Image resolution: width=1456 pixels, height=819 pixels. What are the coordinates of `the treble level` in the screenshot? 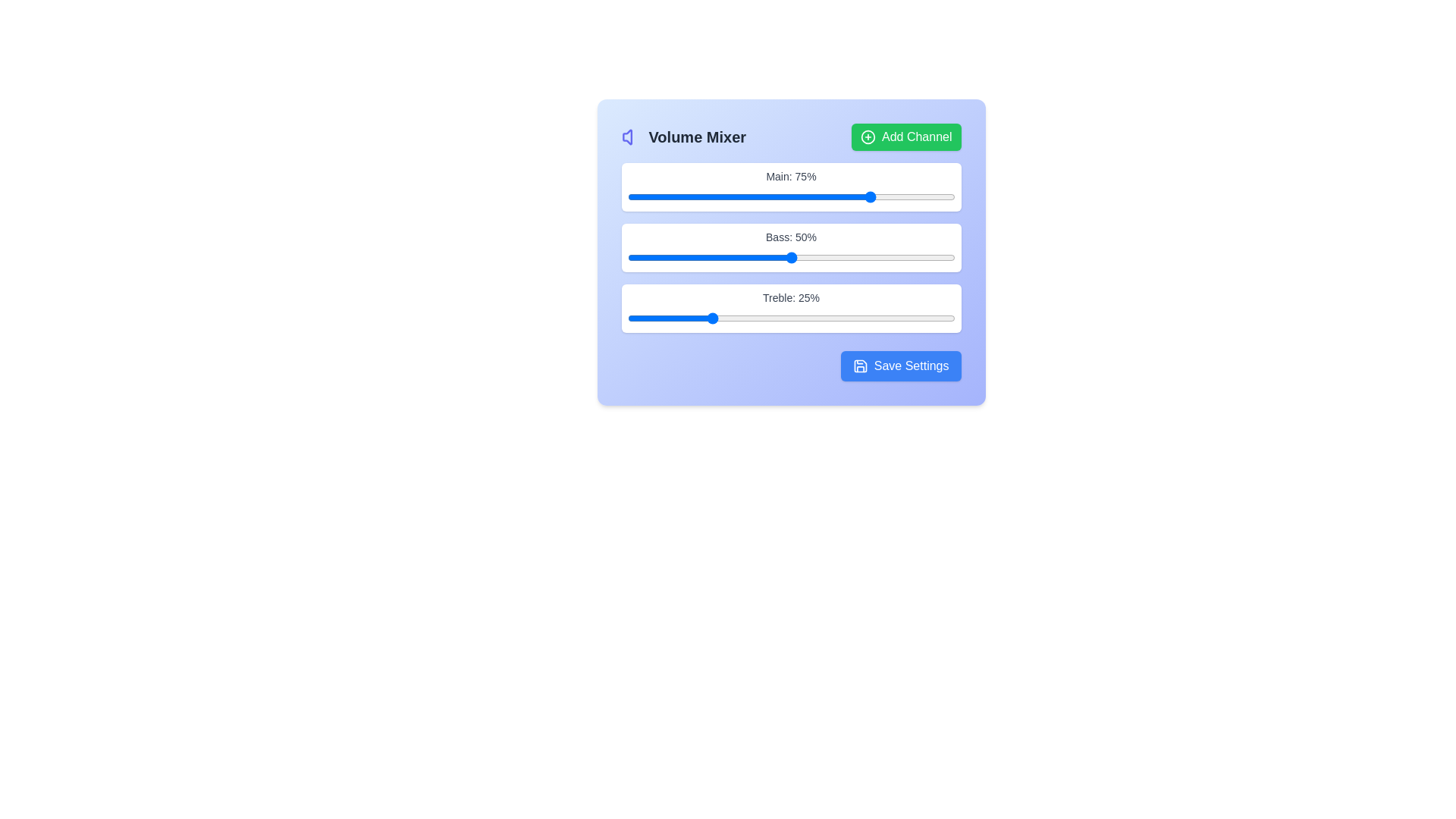 It's located at (951, 318).